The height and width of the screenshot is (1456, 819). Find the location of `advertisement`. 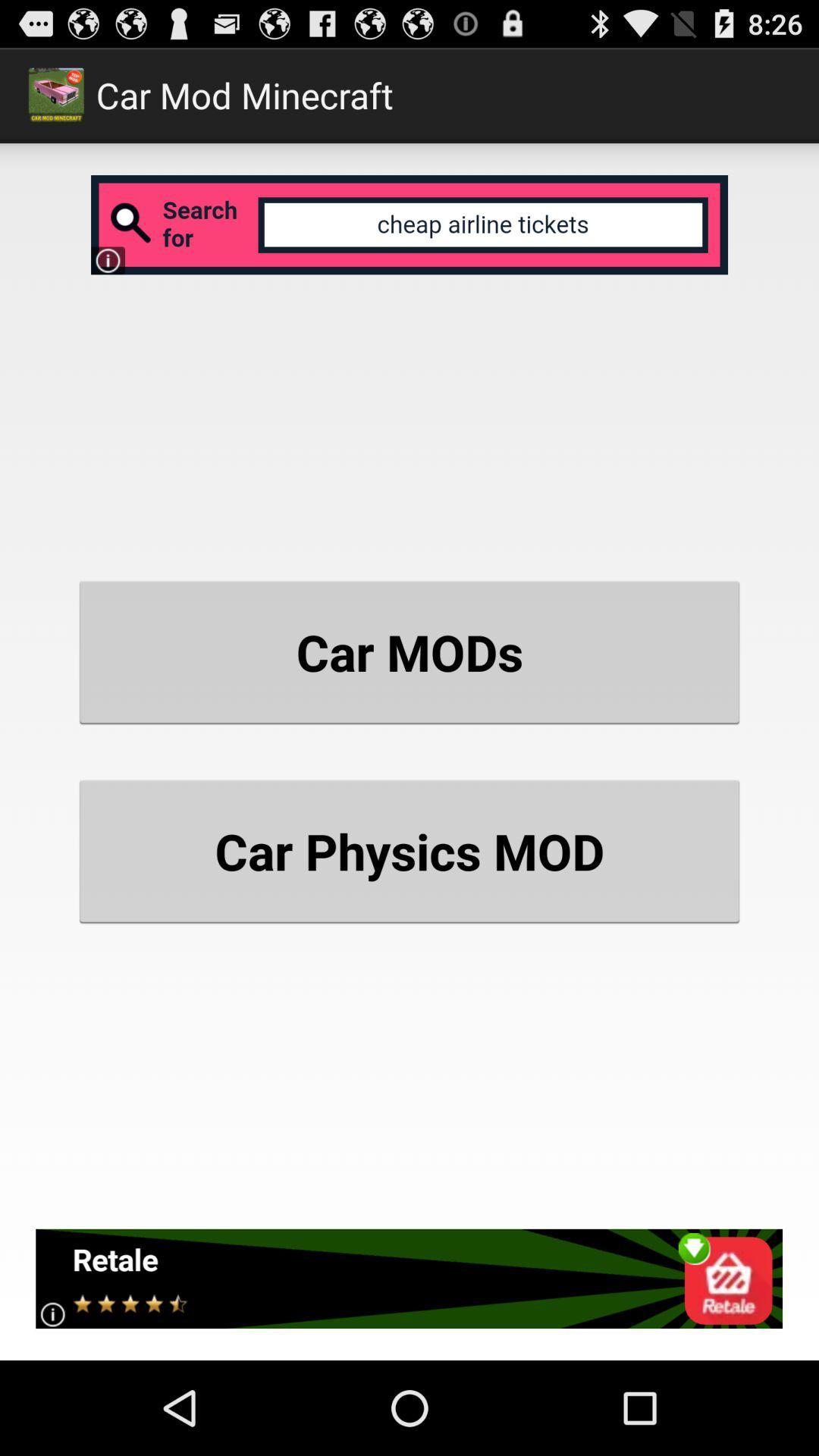

advertisement is located at coordinates (409, 224).